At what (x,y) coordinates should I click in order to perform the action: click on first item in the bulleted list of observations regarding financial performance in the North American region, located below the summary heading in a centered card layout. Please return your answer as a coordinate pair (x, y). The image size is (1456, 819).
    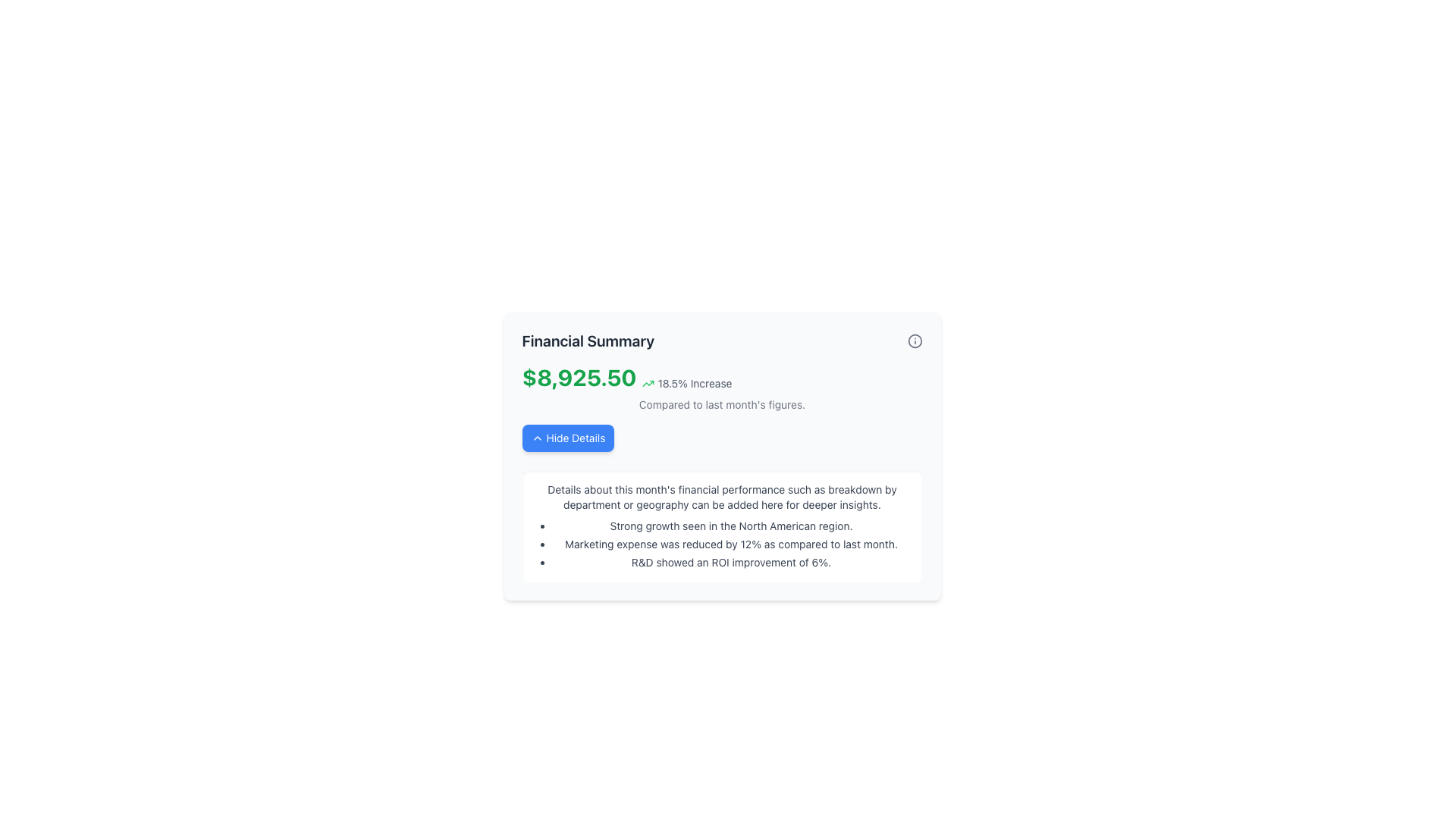
    Looking at the image, I should click on (731, 526).